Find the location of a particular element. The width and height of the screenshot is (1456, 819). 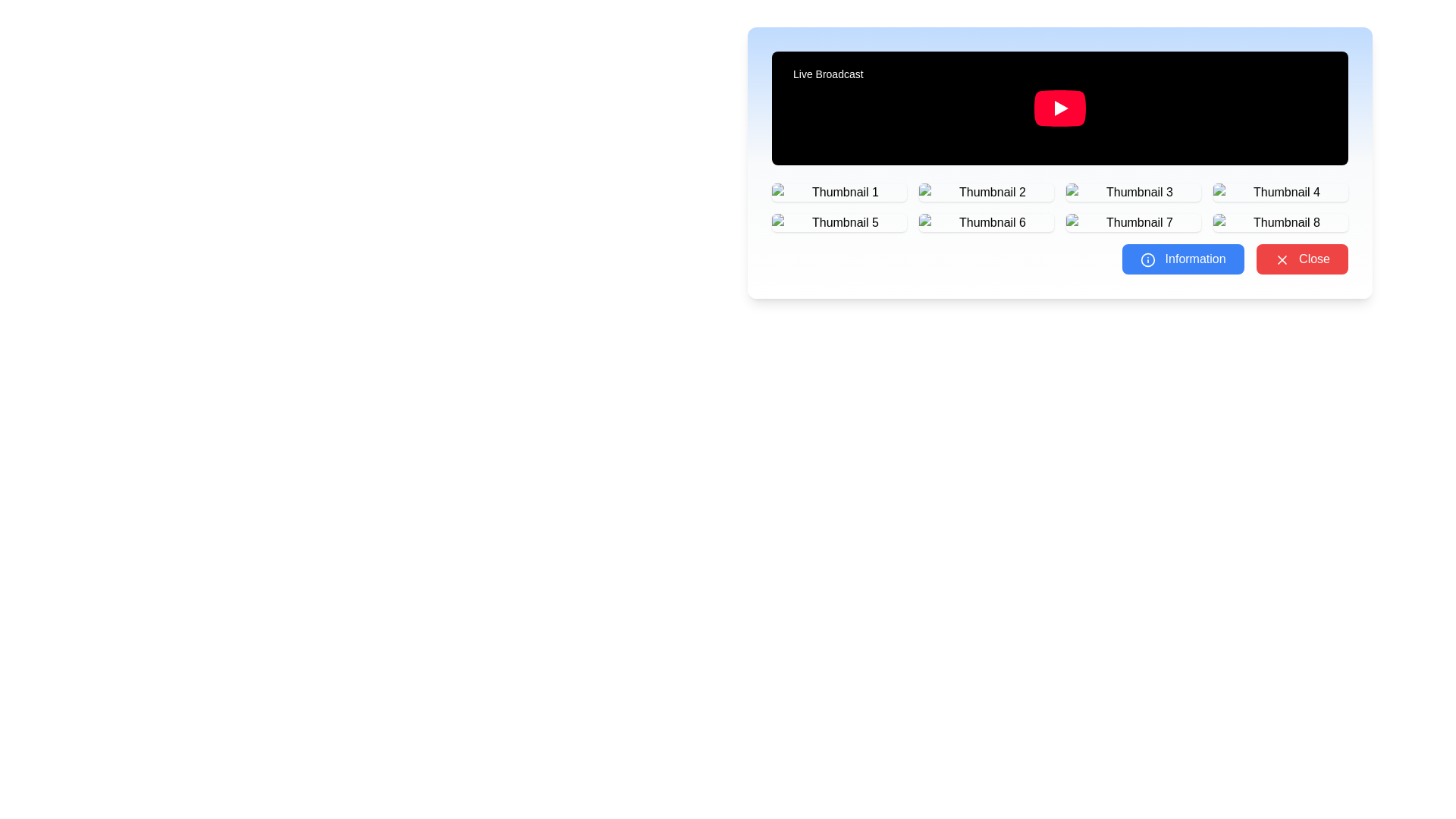

the Video Player located at the top of the card-like layout is located at coordinates (1059, 107).